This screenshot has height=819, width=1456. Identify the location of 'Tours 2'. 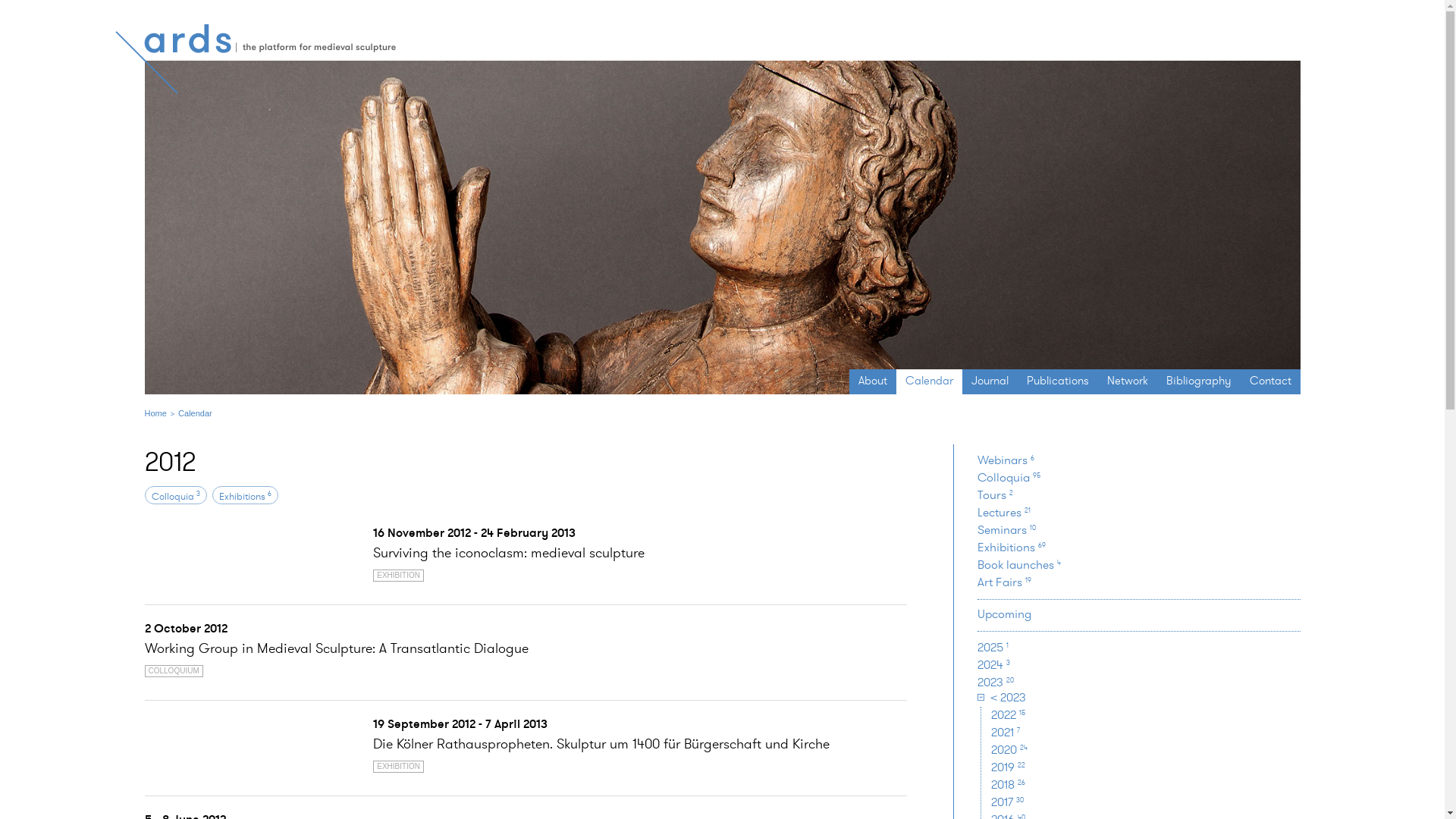
(995, 494).